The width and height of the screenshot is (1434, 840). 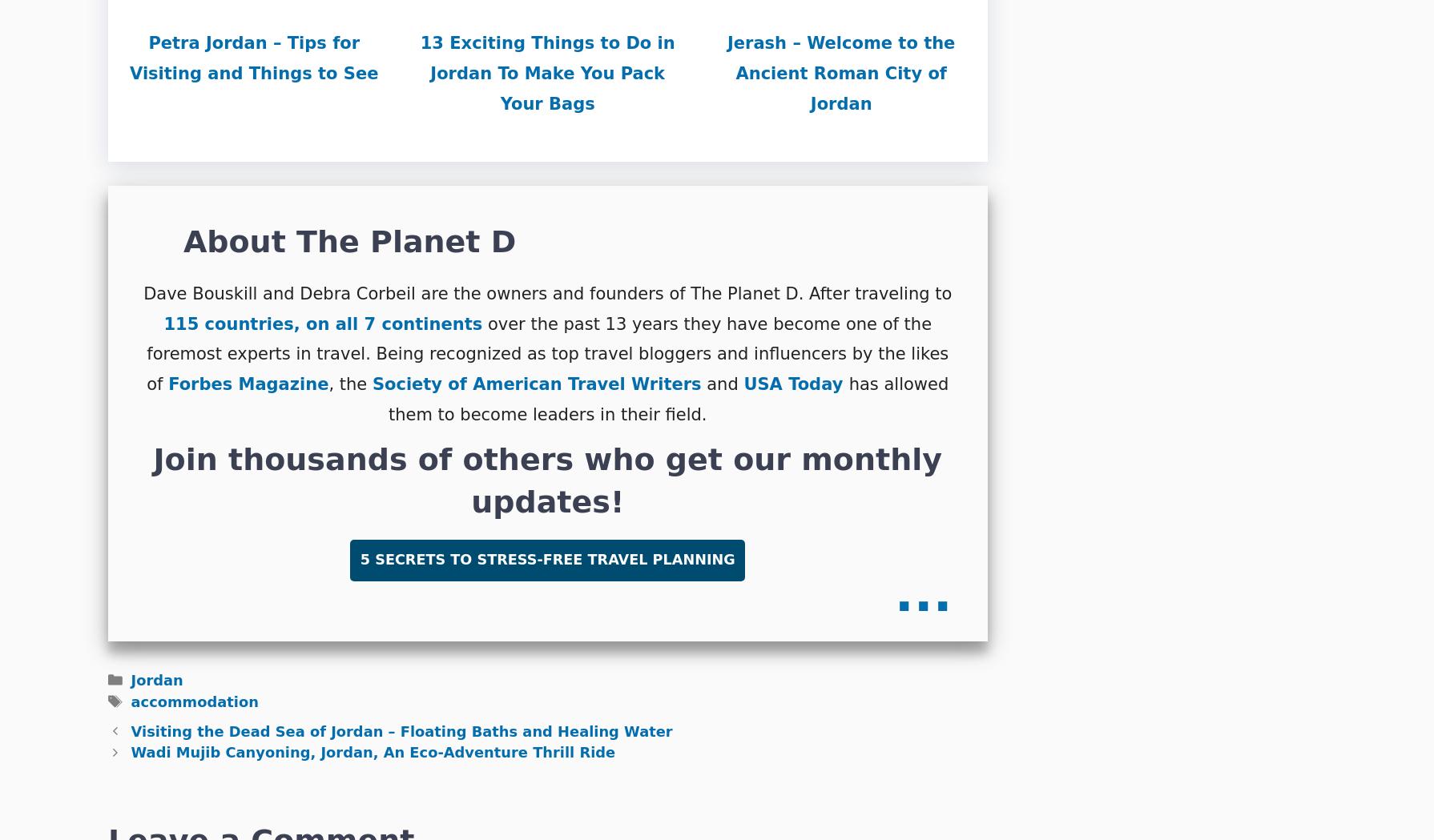 What do you see at coordinates (322, 323) in the screenshot?
I see `'115 countries, on all 7 continents'` at bounding box center [322, 323].